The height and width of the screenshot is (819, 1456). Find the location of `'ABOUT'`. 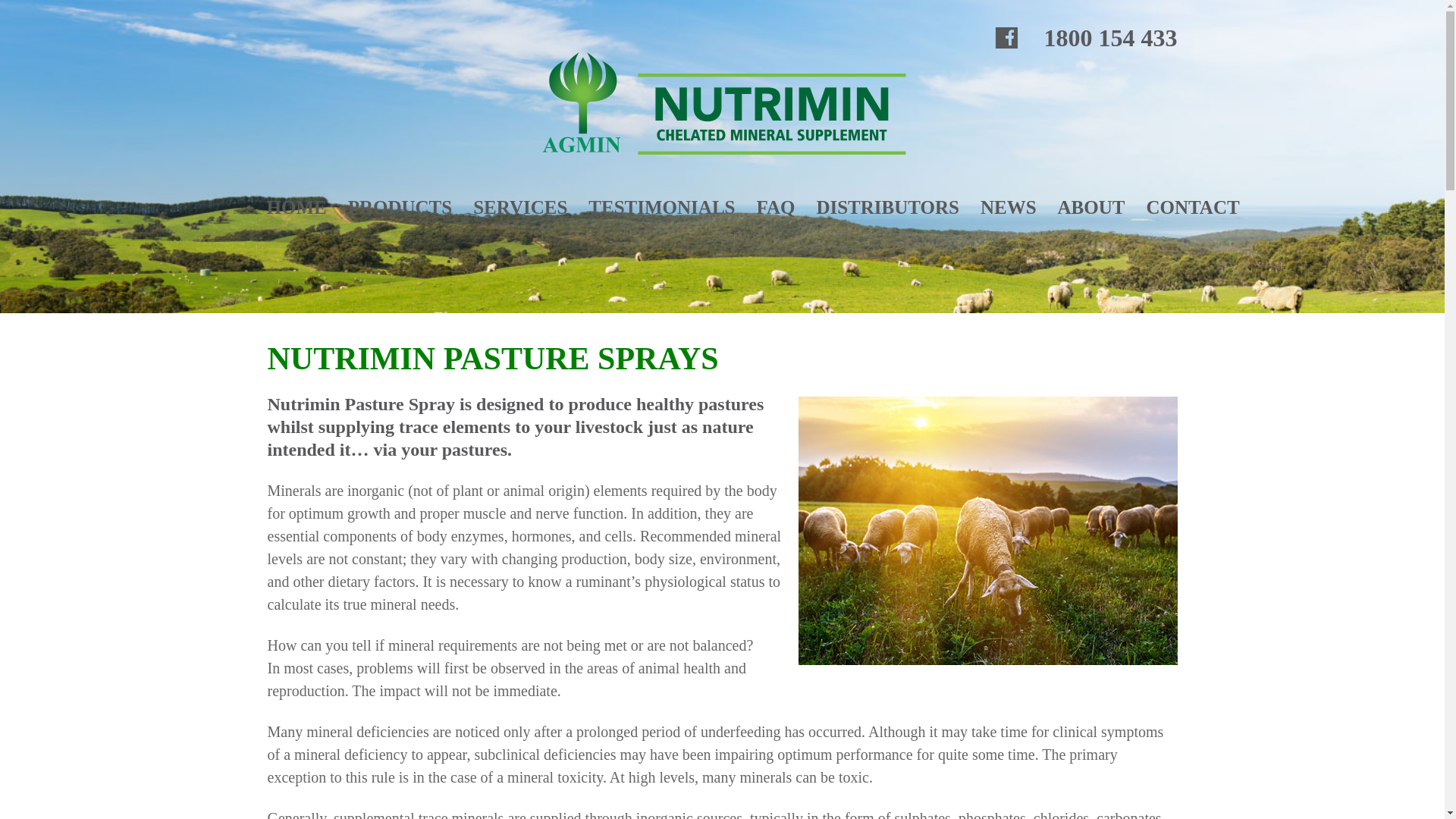

'ABOUT' is located at coordinates (1057, 207).